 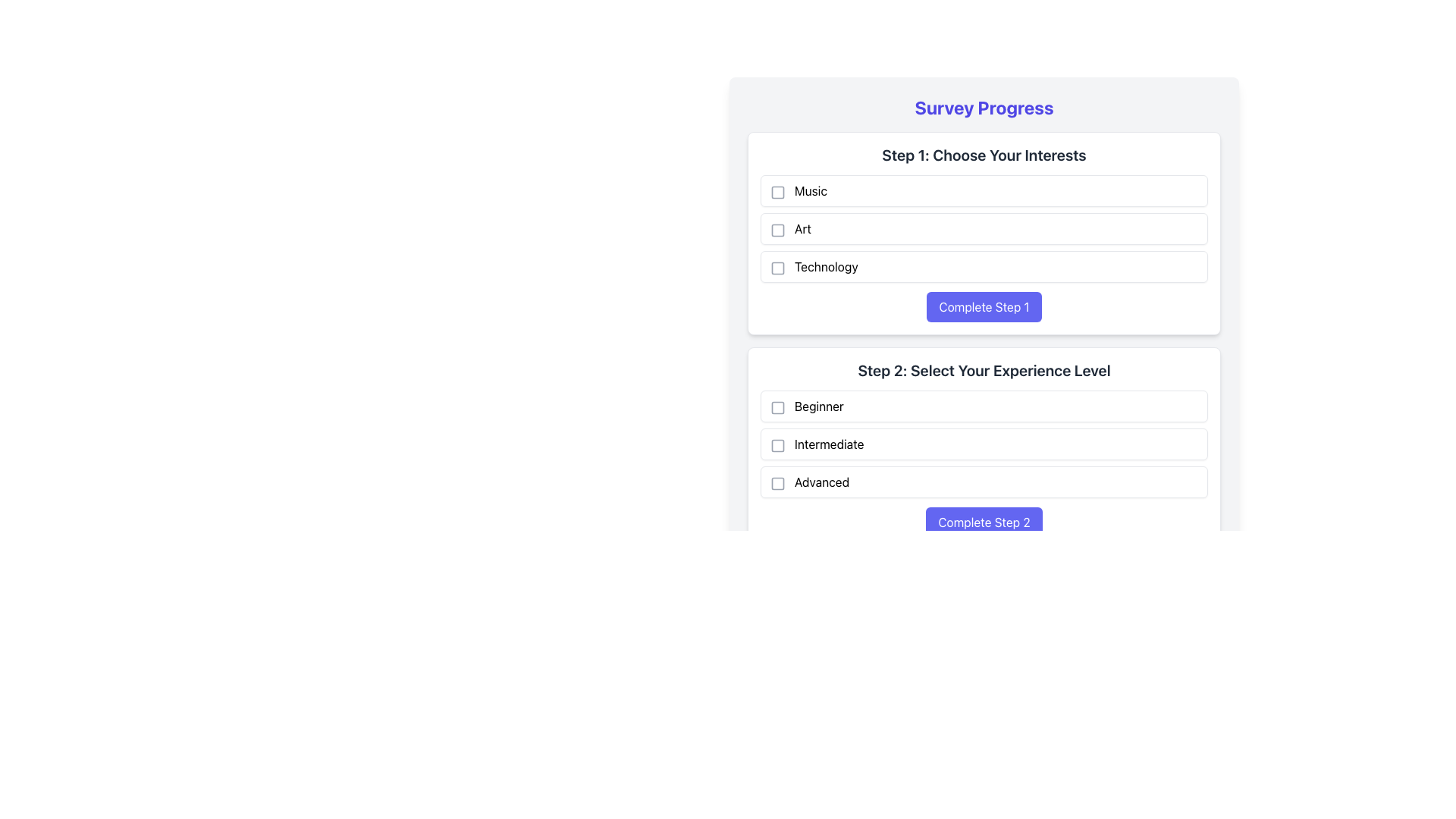 What do you see at coordinates (984, 190) in the screenshot?
I see `the checkbox for the 'Music' selectable option` at bounding box center [984, 190].